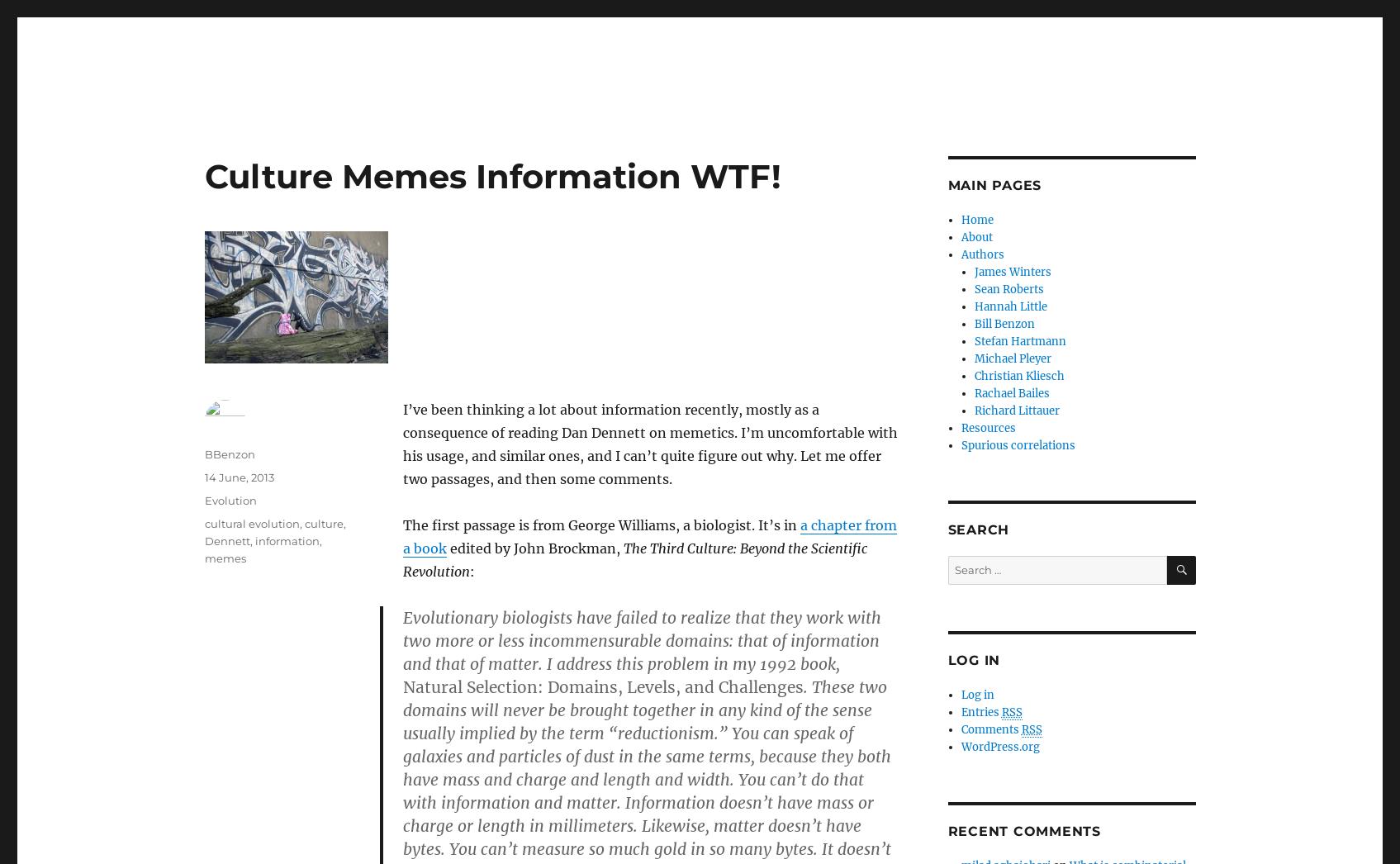 This screenshot has height=864, width=1400. I want to click on 'Authors', so click(982, 254).